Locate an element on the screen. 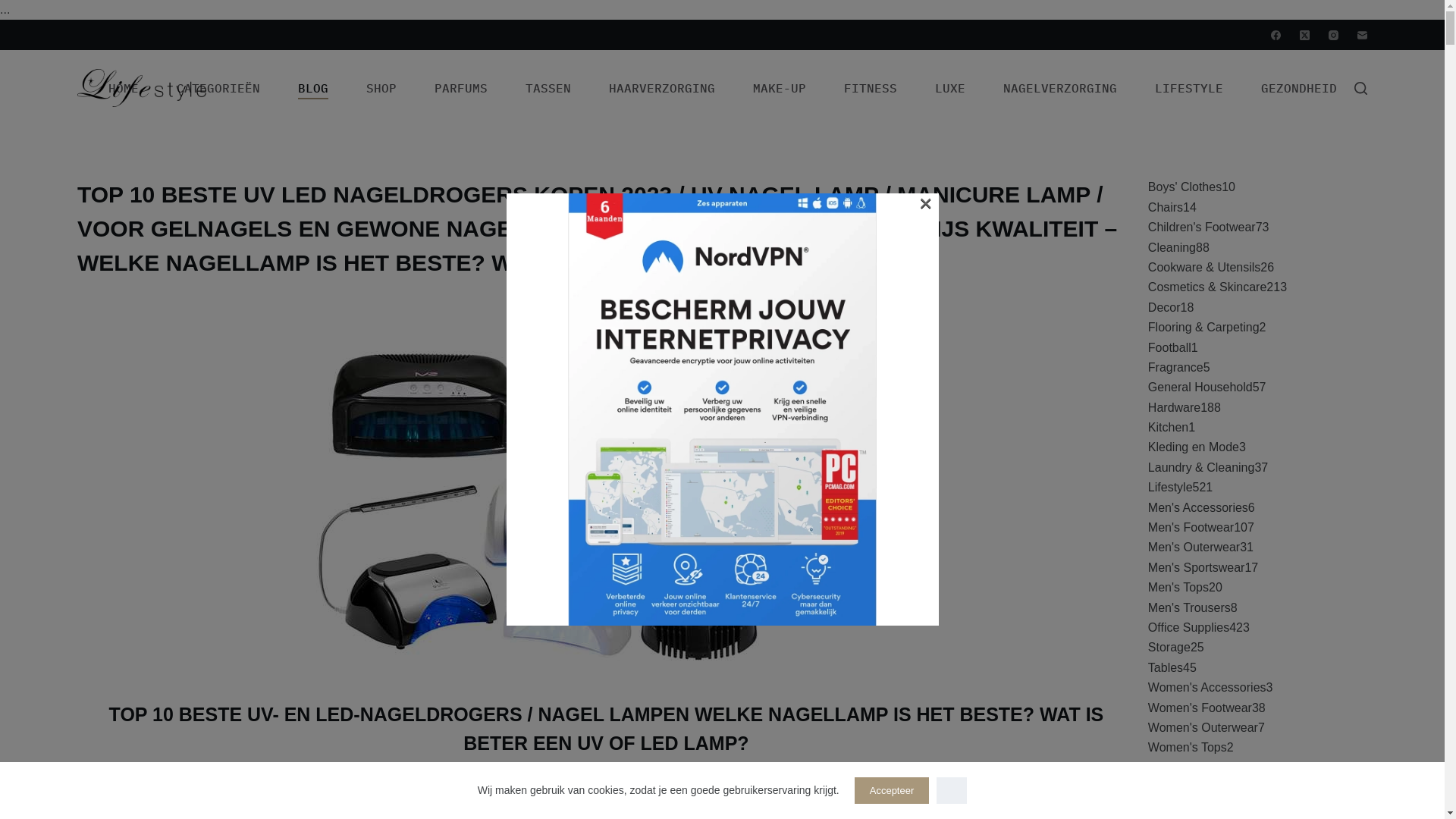 Image resolution: width=1456 pixels, height=819 pixels. 'Women's Outerwear' is located at coordinates (1202, 726).